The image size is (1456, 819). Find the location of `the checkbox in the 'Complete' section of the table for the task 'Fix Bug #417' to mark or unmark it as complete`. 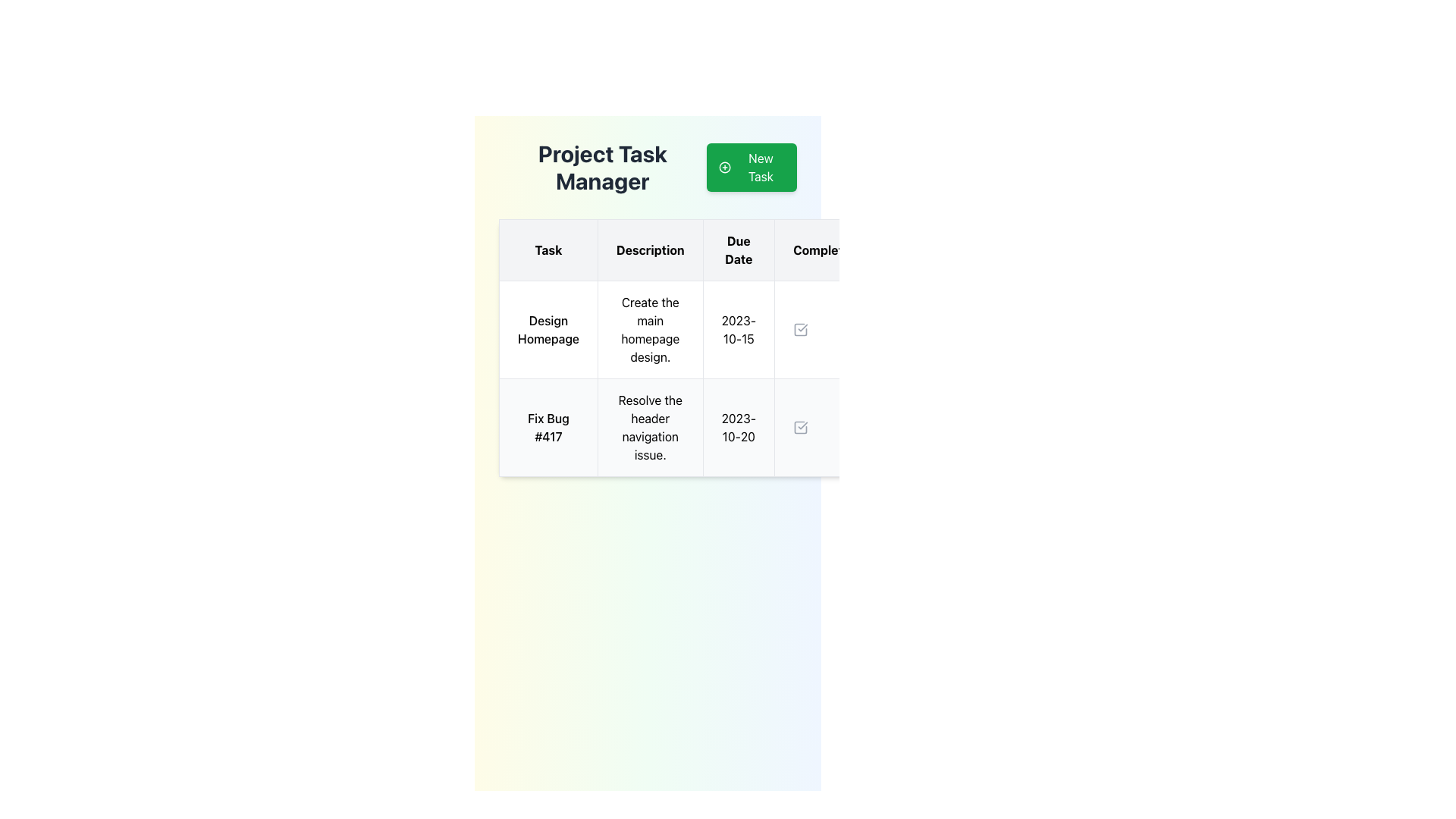

the checkbox in the 'Complete' section of the table for the task 'Fix Bug #417' to mark or unmark it as complete is located at coordinates (821, 427).